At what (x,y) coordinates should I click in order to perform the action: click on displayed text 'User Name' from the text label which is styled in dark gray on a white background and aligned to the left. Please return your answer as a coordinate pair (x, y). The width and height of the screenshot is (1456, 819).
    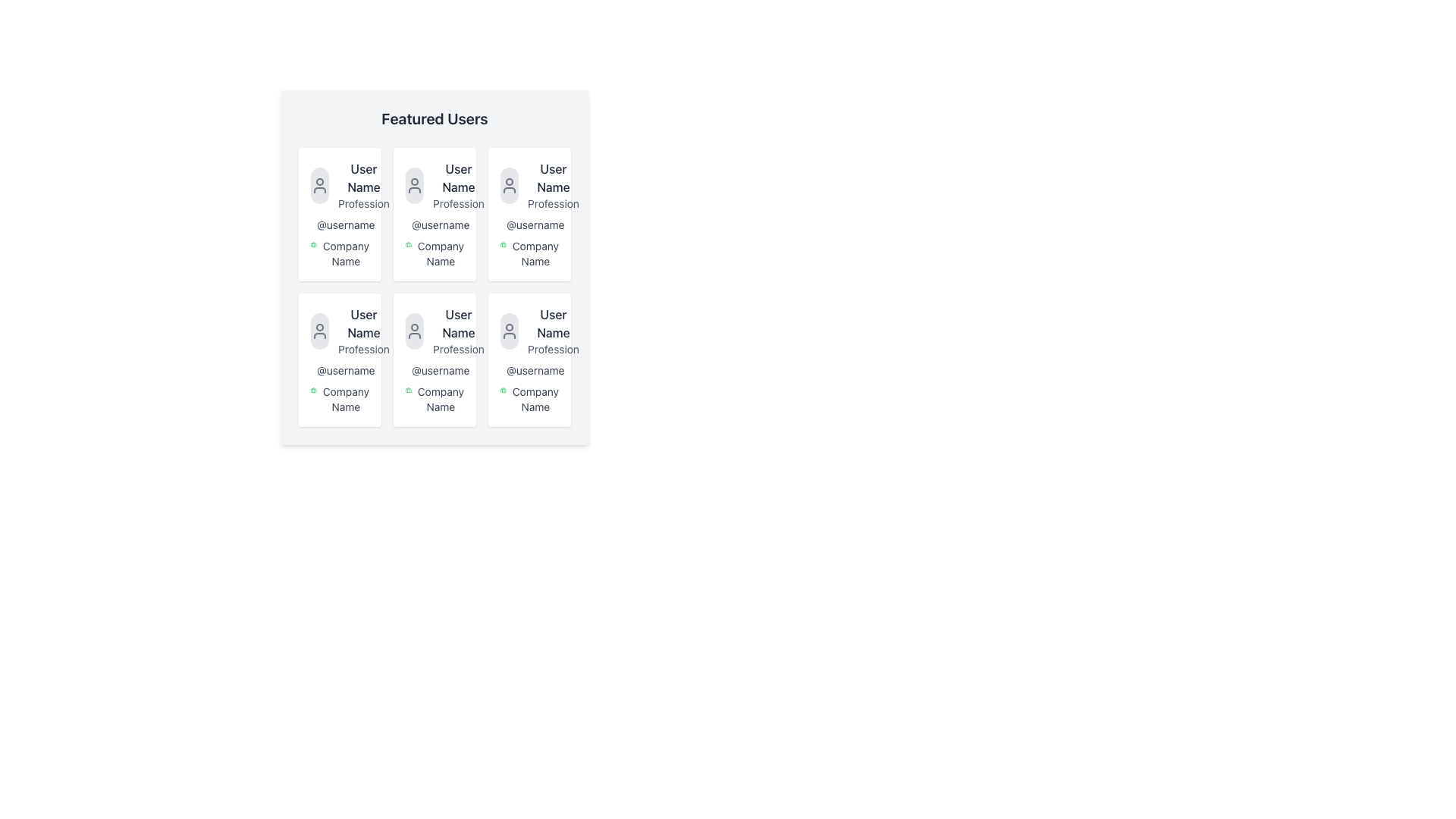
    Looking at the image, I should click on (552, 323).